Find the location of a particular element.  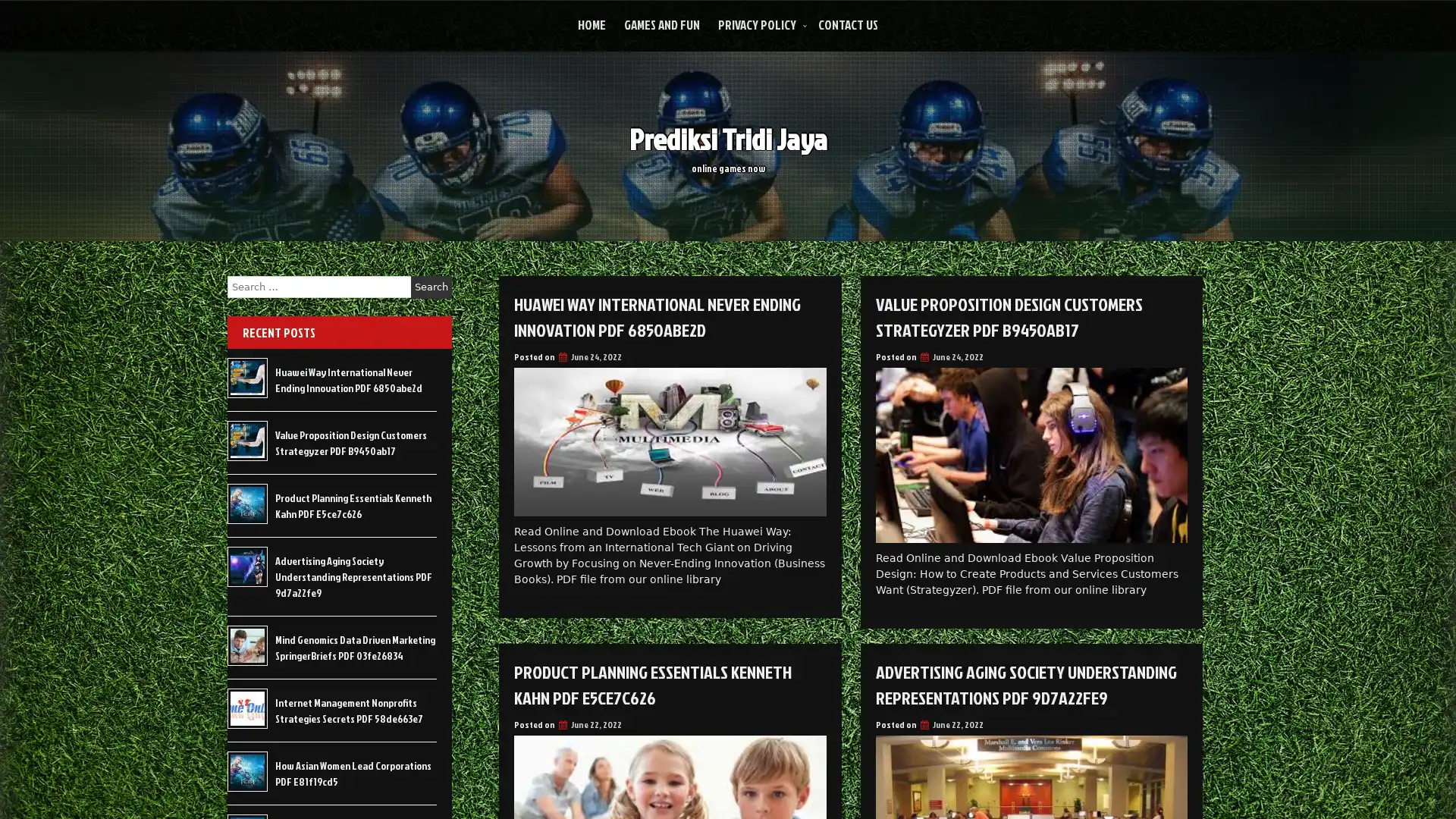

Search is located at coordinates (431, 287).